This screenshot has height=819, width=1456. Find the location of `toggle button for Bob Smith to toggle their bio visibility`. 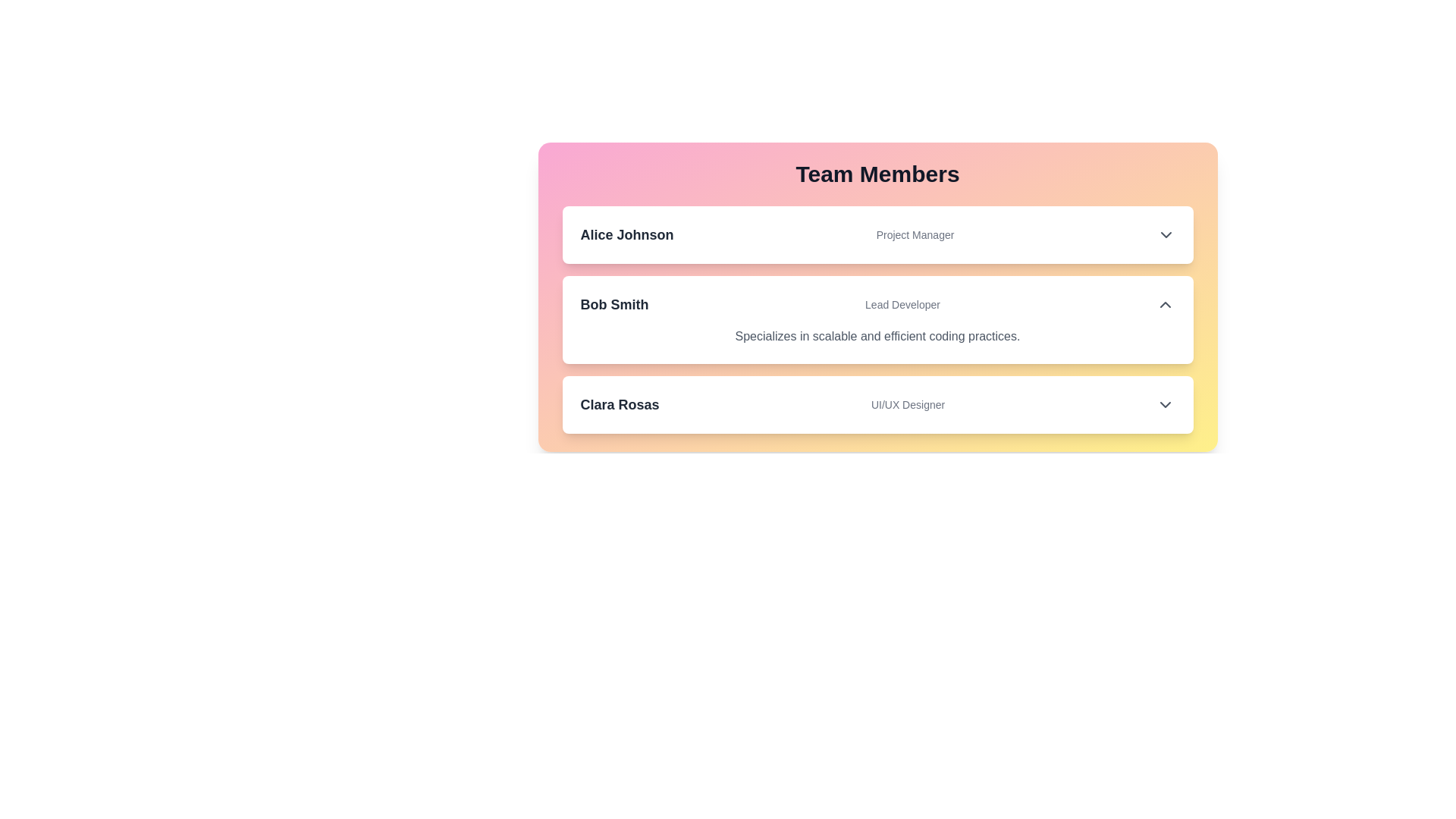

toggle button for Bob Smith to toggle their bio visibility is located at coordinates (1165, 304).